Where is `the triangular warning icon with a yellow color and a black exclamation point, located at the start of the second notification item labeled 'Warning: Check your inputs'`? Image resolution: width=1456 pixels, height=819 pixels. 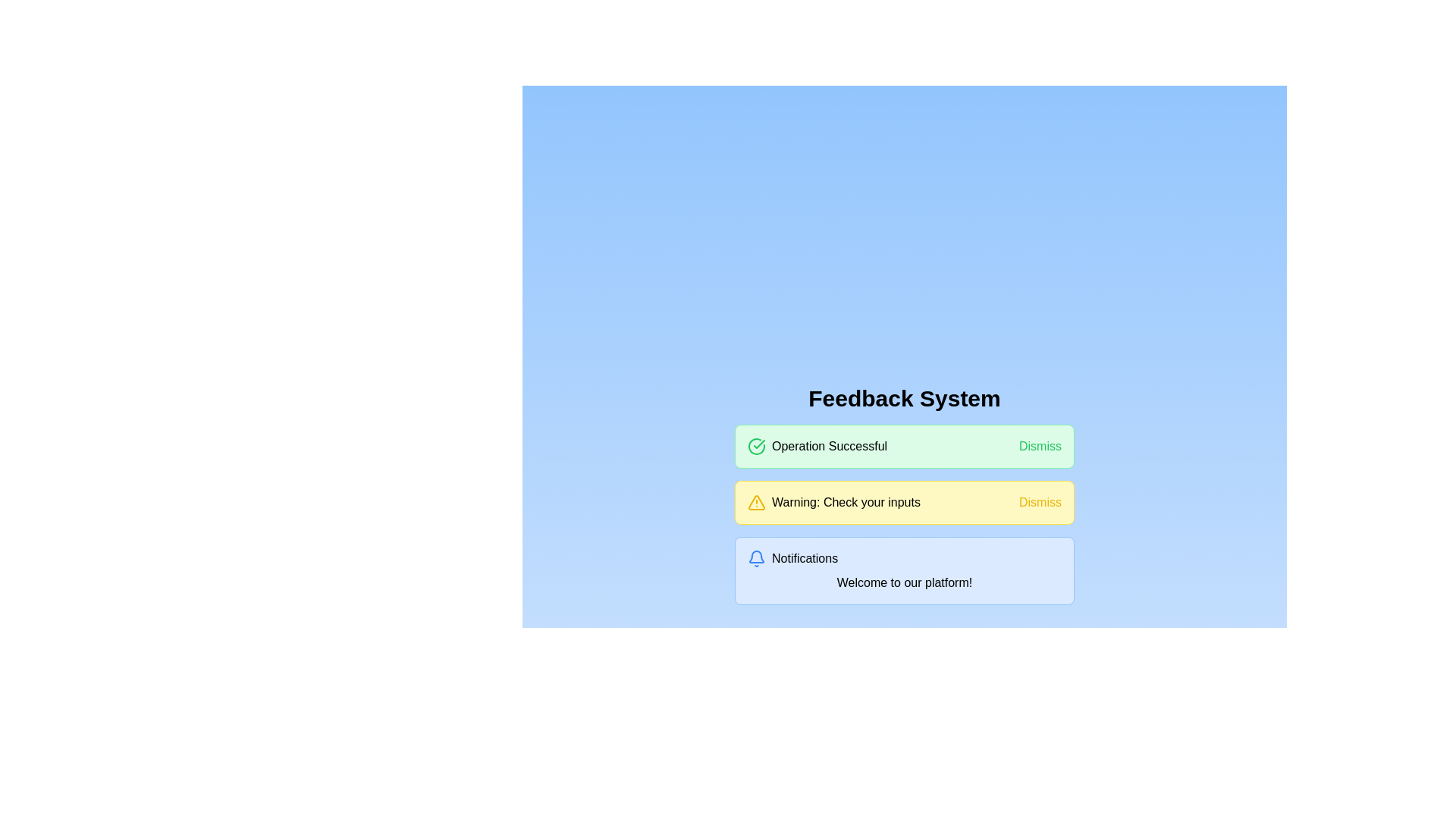 the triangular warning icon with a yellow color and a black exclamation point, located at the start of the second notification item labeled 'Warning: Check your inputs' is located at coordinates (757, 503).